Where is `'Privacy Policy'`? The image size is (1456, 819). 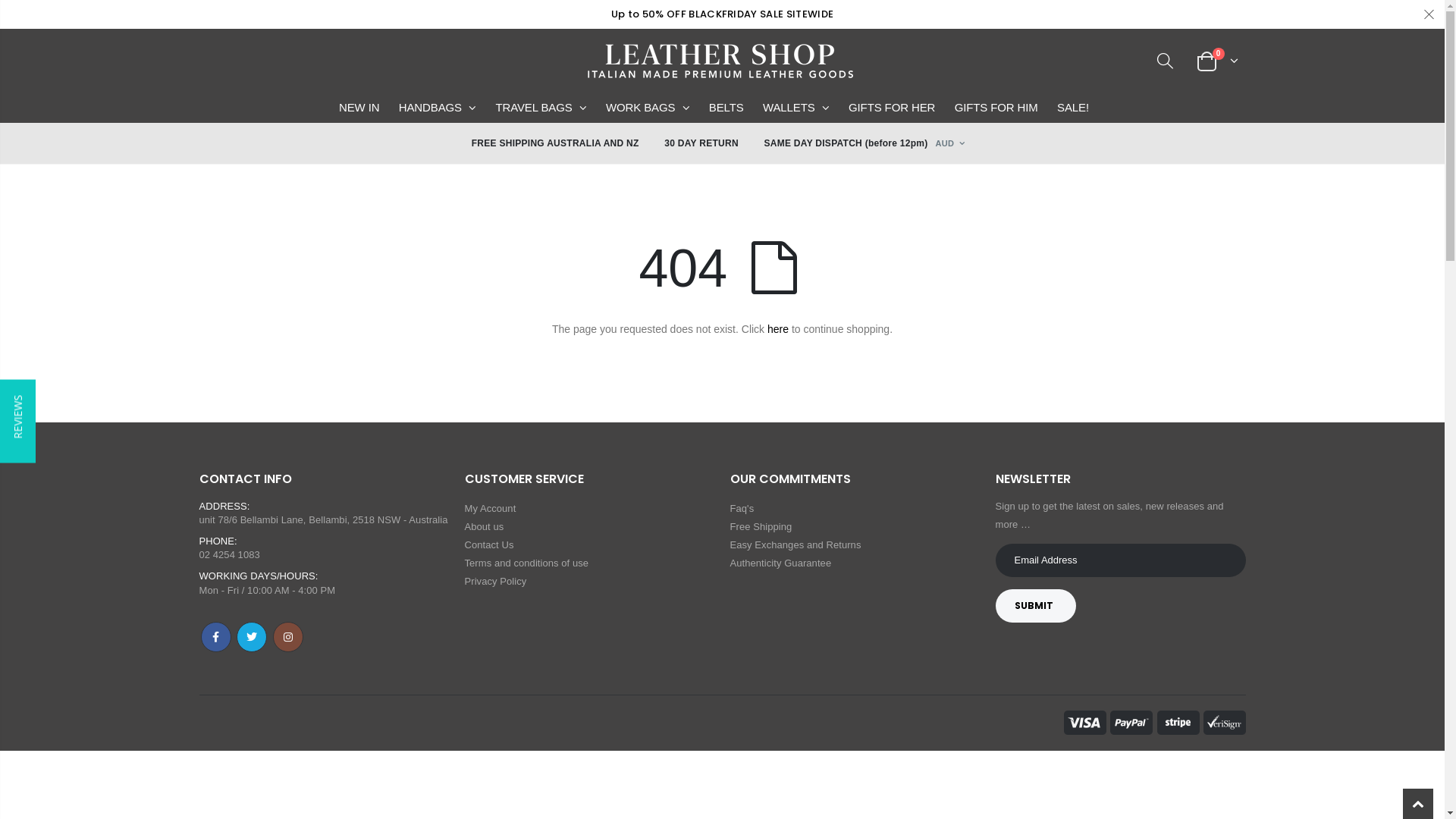
'Privacy Policy' is located at coordinates (494, 580).